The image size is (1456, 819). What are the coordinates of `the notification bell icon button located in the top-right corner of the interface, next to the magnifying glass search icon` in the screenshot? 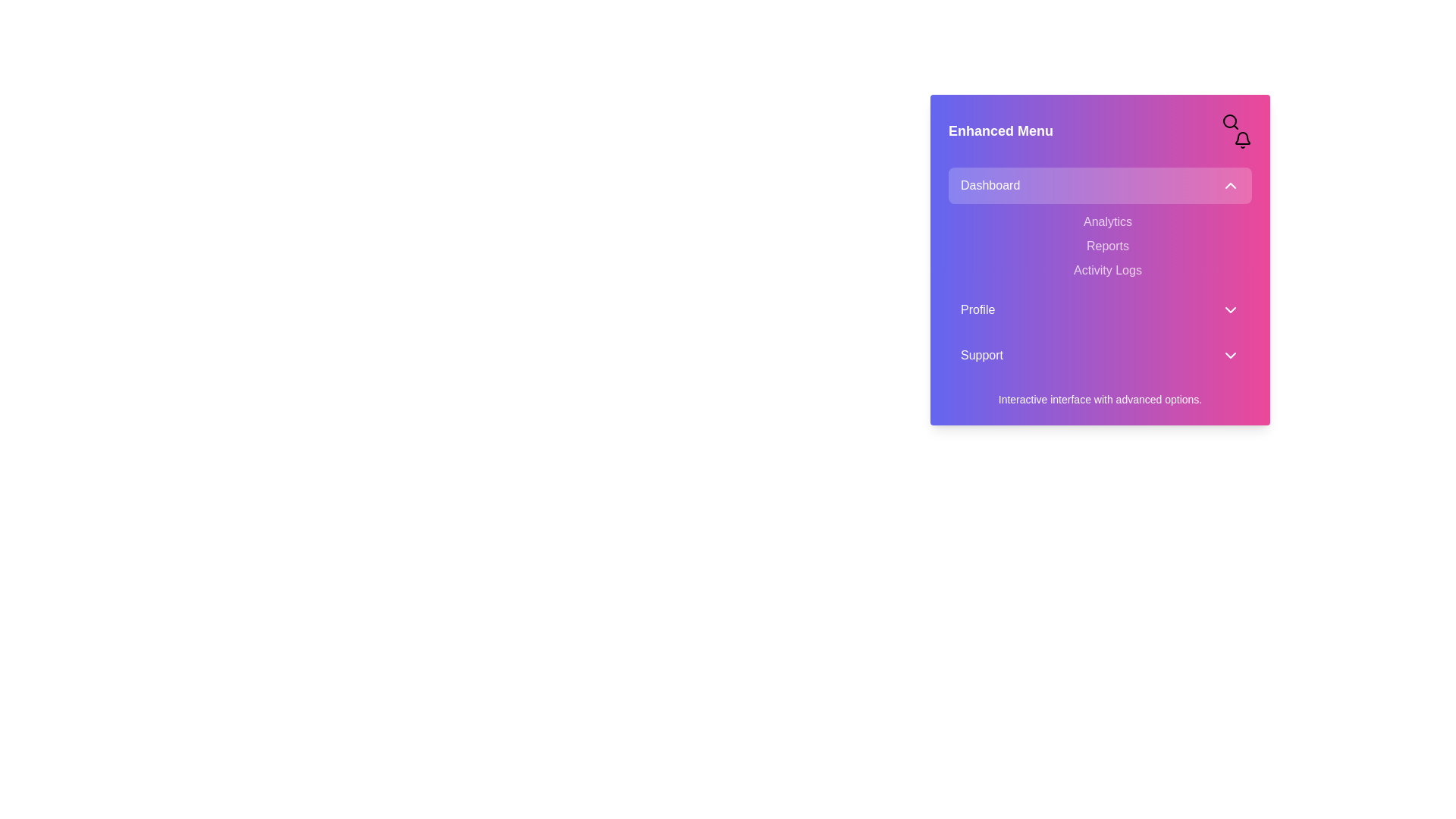 It's located at (1242, 140).